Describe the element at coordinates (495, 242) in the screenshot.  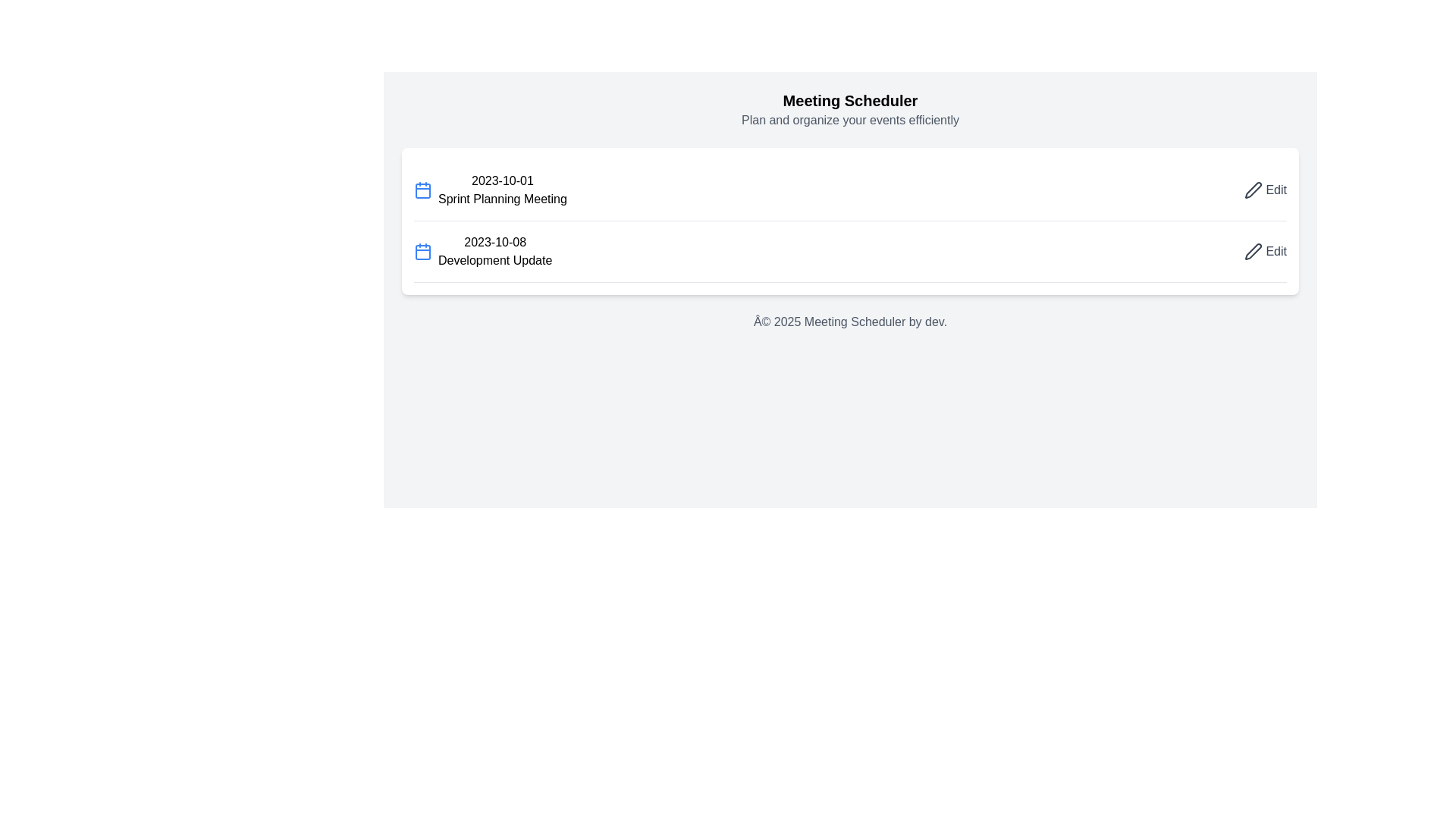
I see `the date label for the event titled 'Development Update', which is located in the second row of a vertically arranged list and aligned to the left of a calendar icon` at that location.